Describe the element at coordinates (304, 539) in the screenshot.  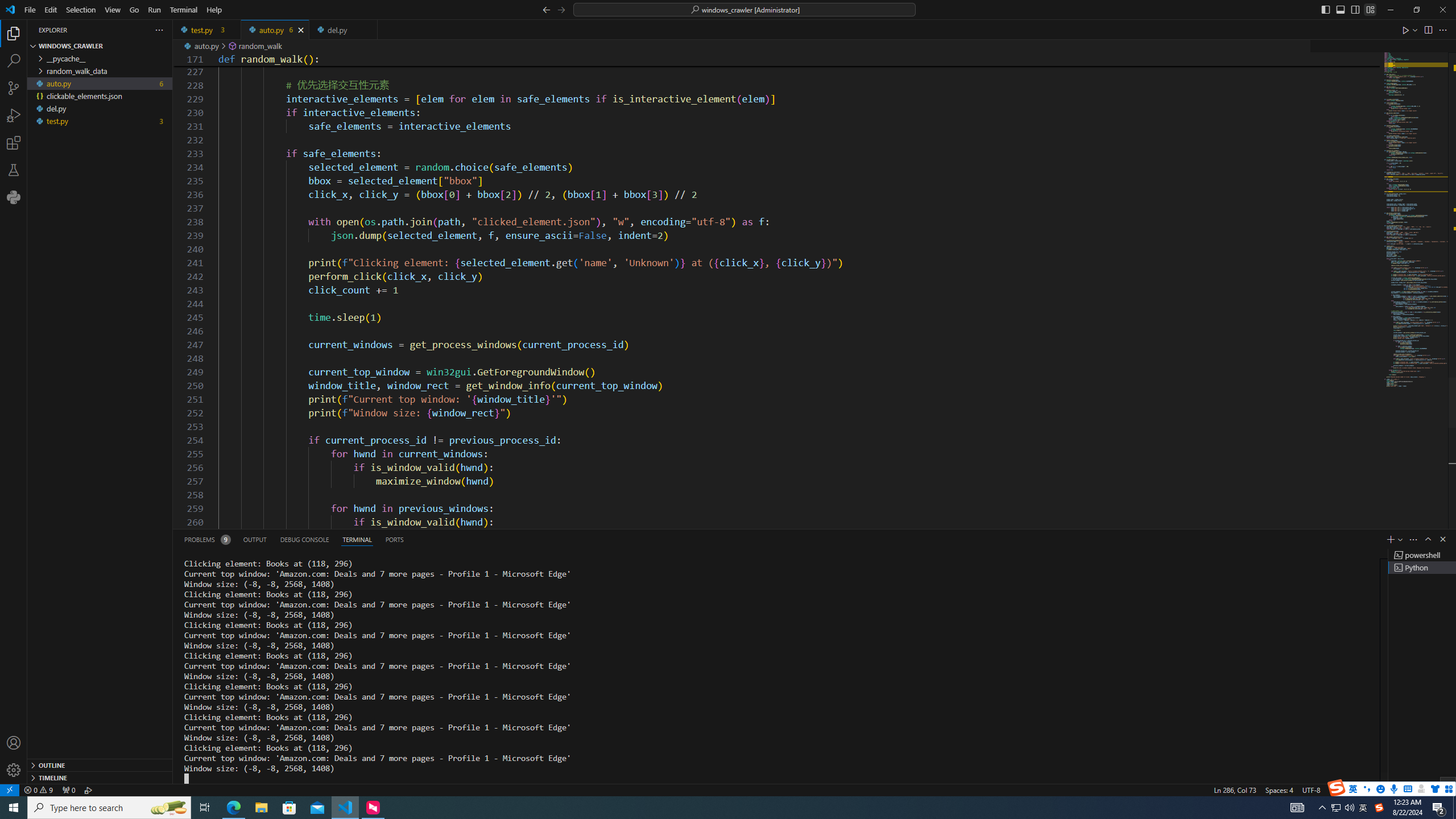
I see `'Debug Console (Ctrl+Shift+Y)'` at that location.